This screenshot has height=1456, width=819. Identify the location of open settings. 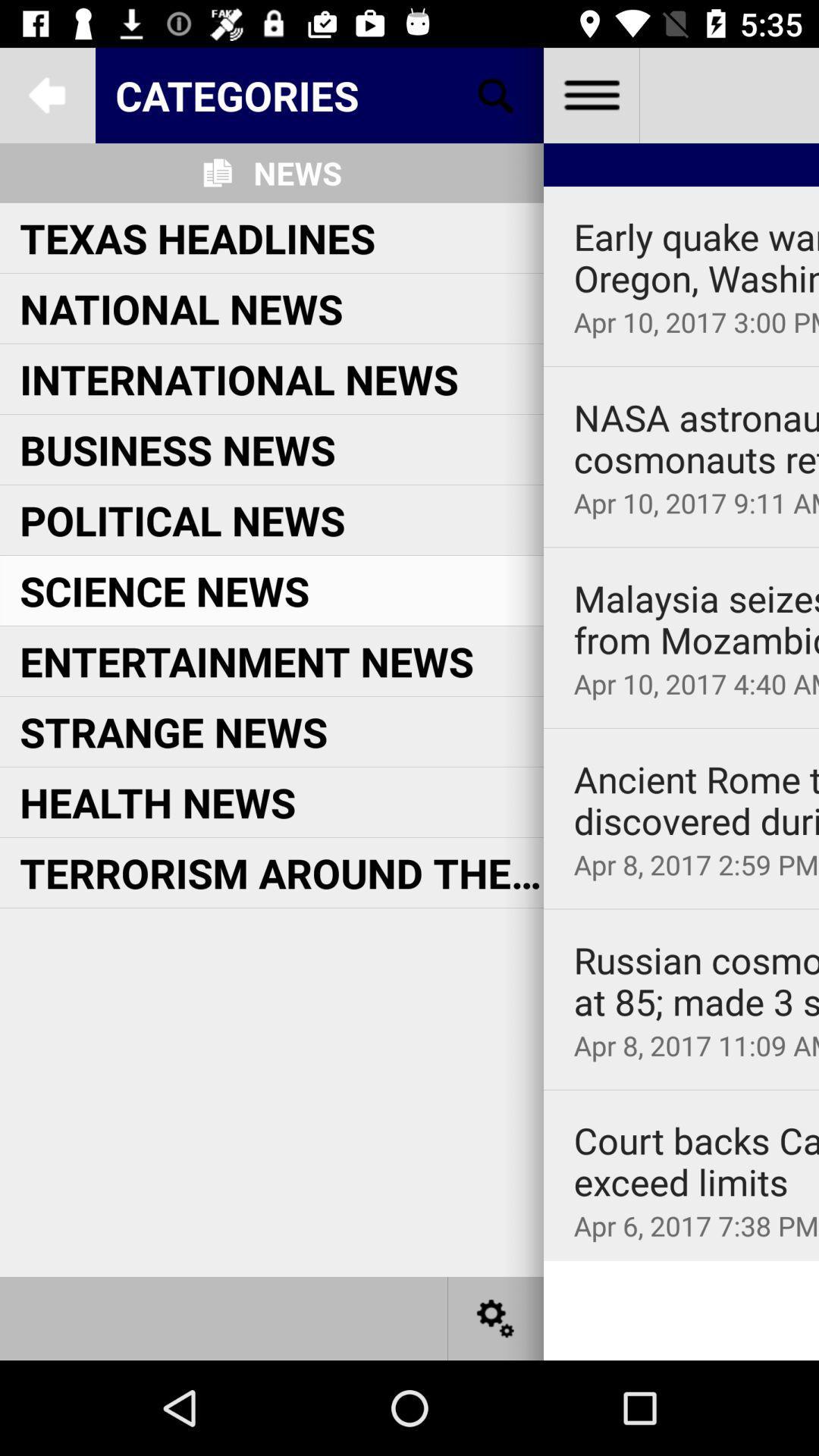
(496, 1317).